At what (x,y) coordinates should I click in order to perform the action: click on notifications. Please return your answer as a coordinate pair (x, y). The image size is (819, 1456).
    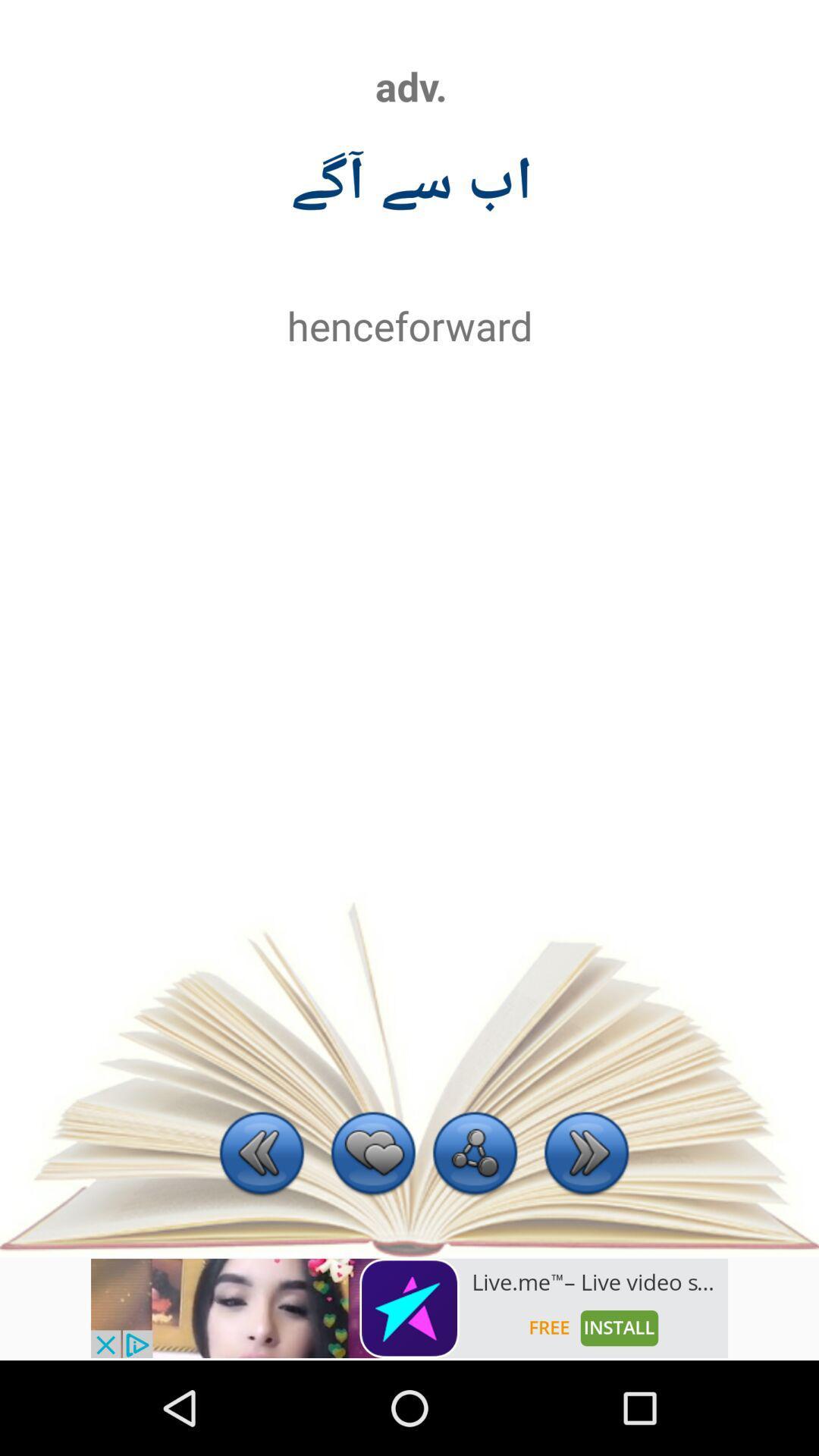
    Looking at the image, I should click on (409, 1307).